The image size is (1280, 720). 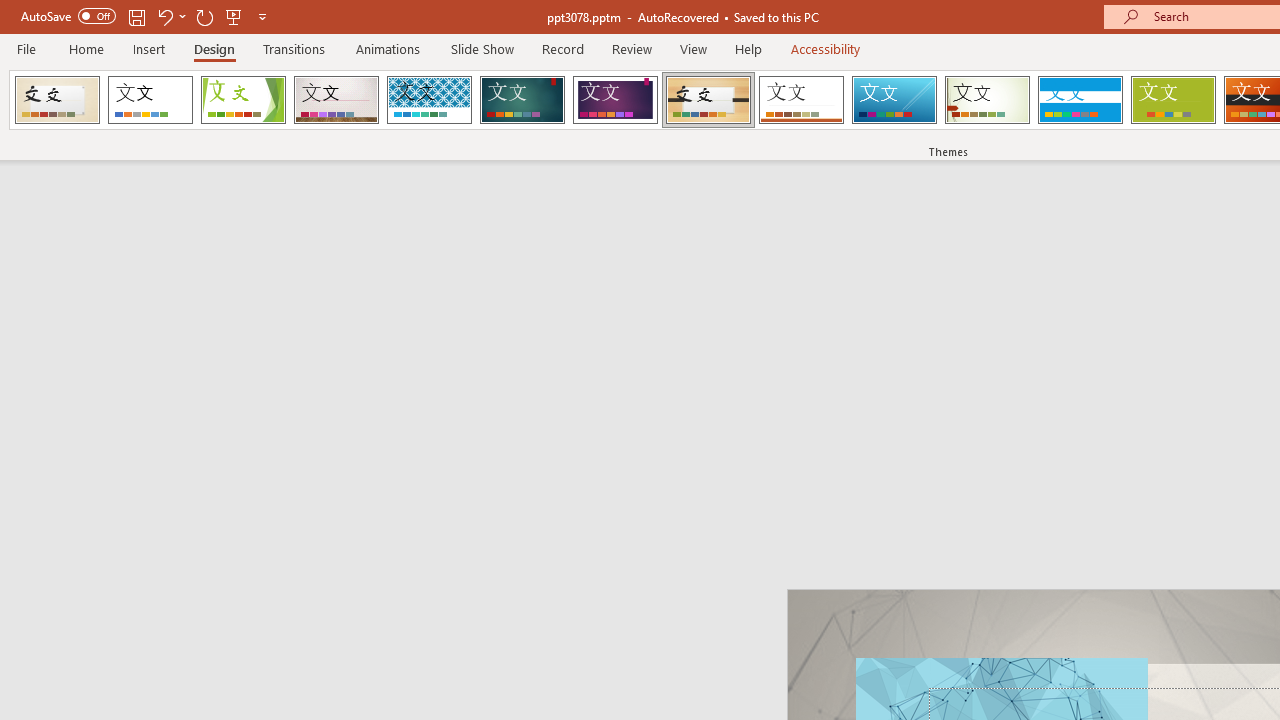 I want to click on 'Slice', so click(x=893, y=100).